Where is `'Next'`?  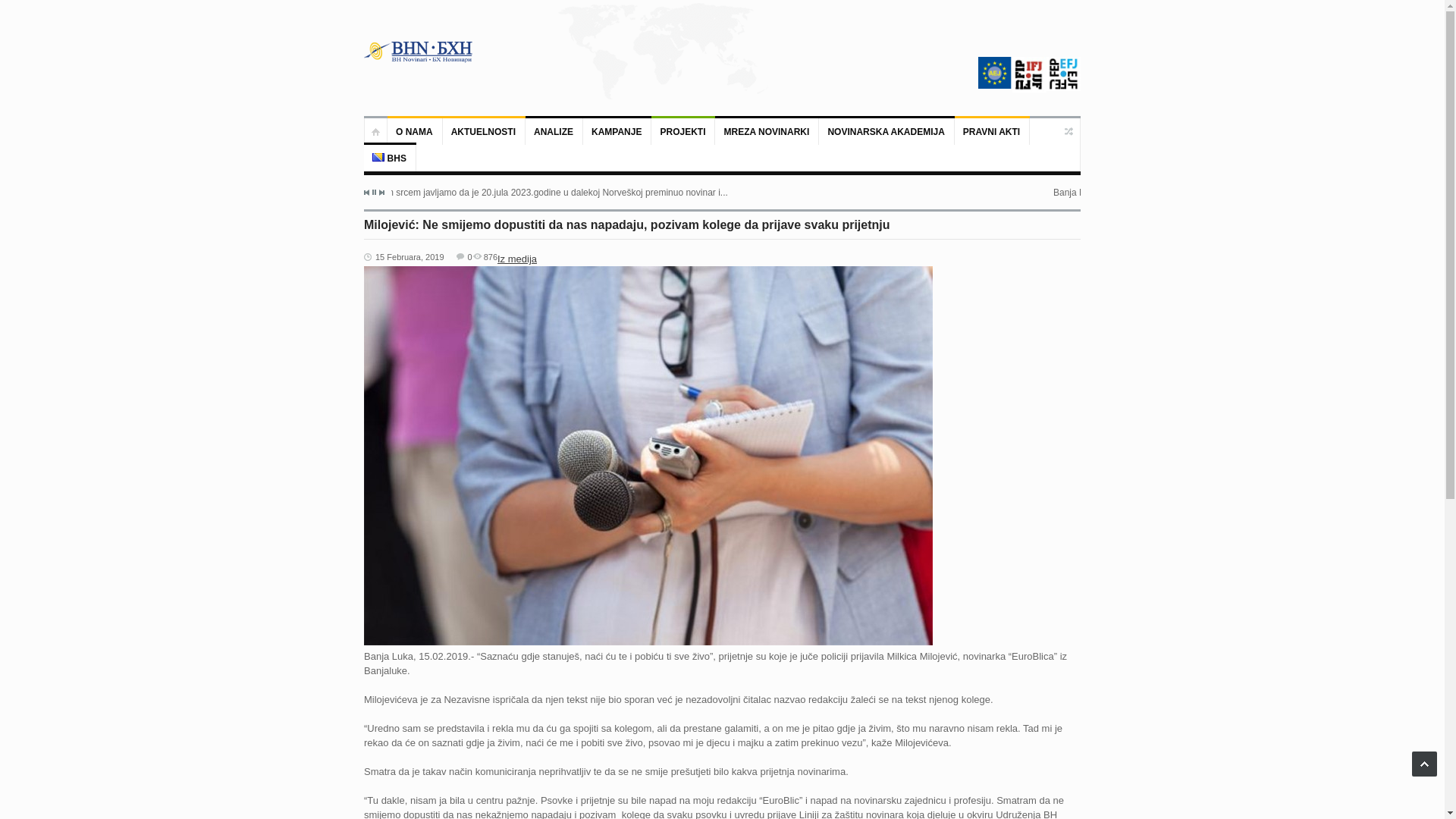
'Next' is located at coordinates (378, 192).